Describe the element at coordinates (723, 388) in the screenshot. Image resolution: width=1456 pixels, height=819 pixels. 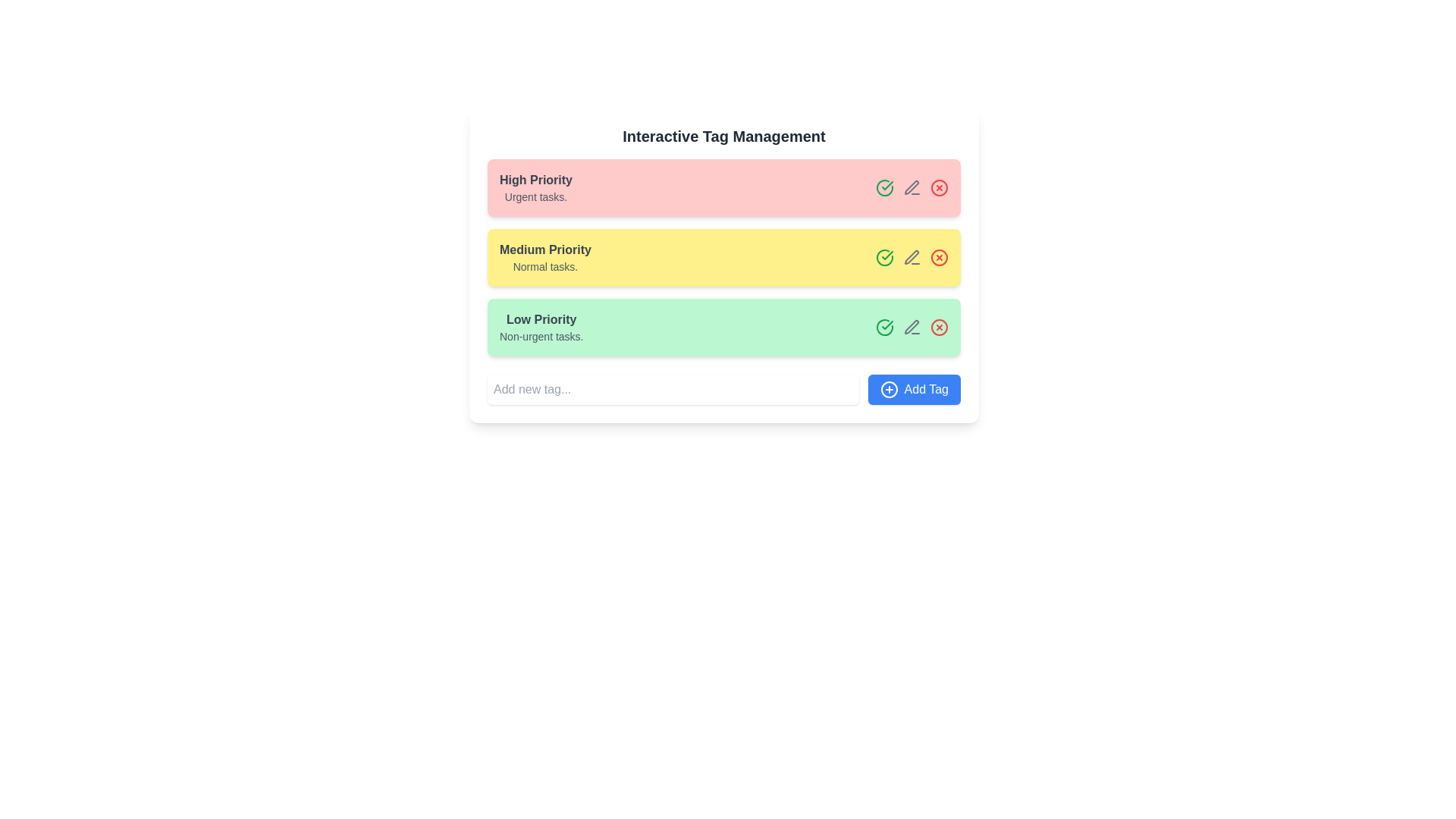
I see `the 'Add Tag' button located at the bottom of the 'Interactive Tag Management' section, which allows users` at that location.